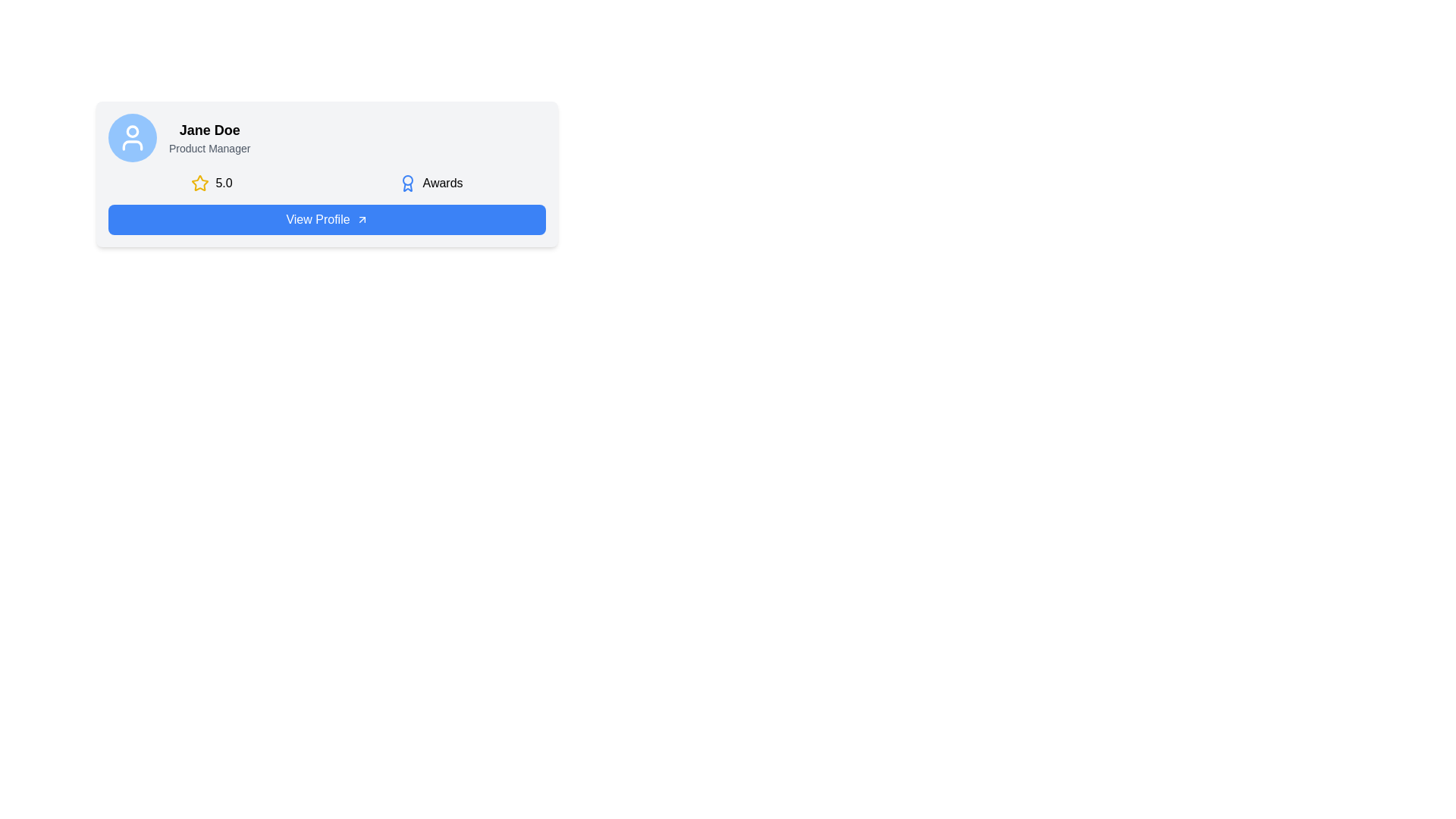 The image size is (1456, 819). Describe the element at coordinates (430, 183) in the screenshot. I see `the Label with Icon that indicates the presence of awards associated with the profile, positioned at the right end of the horizontal row next to the '5.0' rating element` at that location.